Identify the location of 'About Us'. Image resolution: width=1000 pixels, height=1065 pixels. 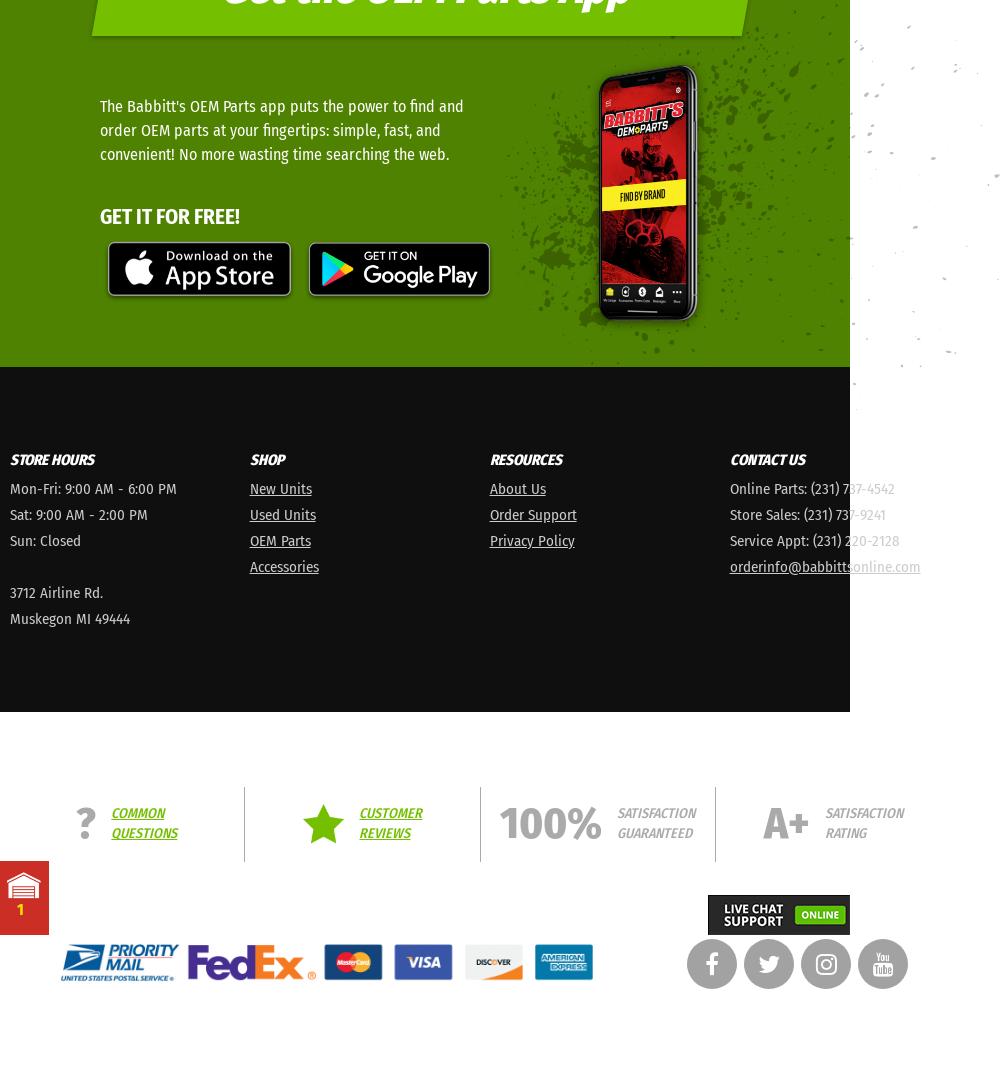
(517, 486).